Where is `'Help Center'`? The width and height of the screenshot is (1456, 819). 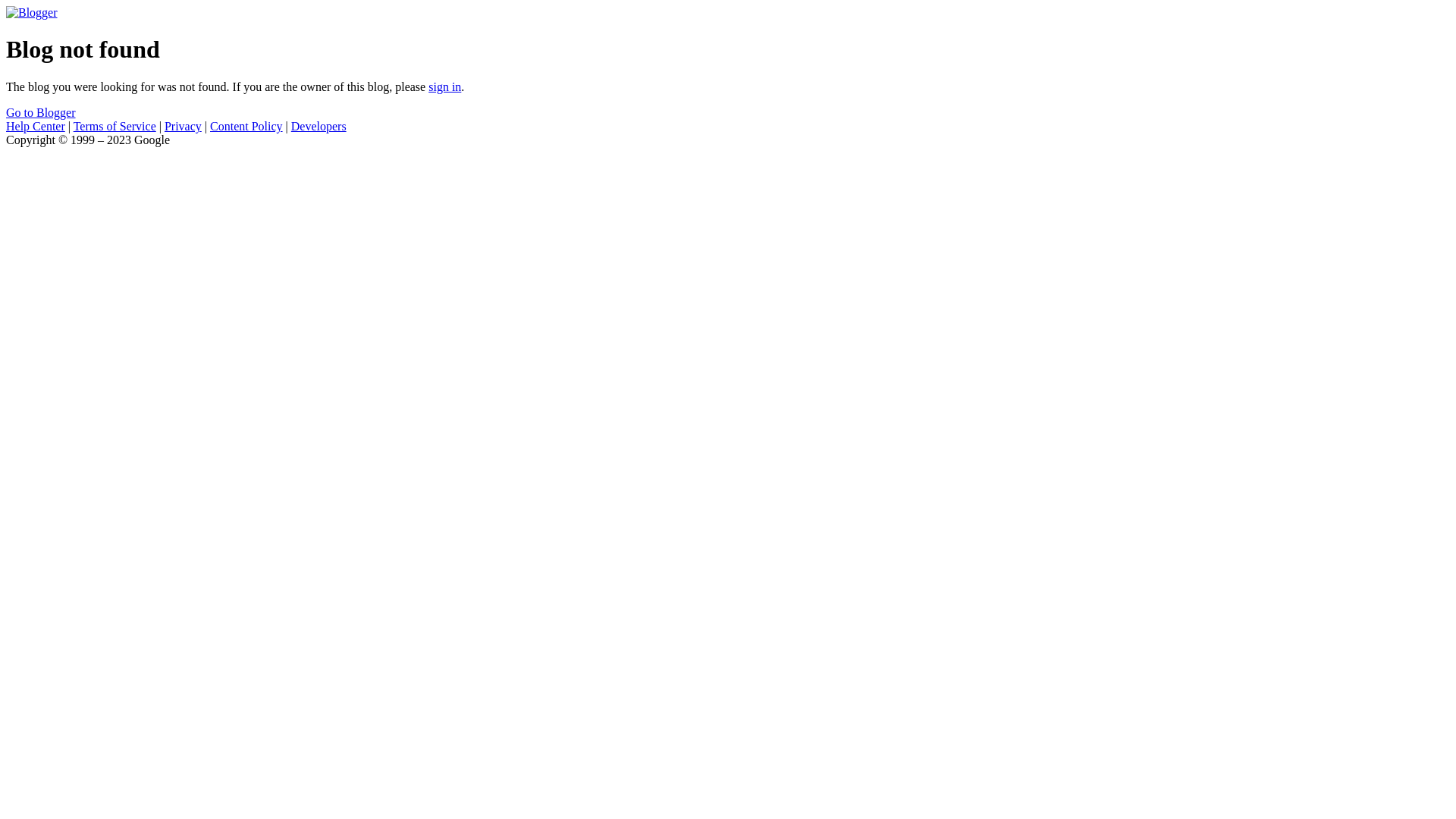 'Help Center' is located at coordinates (36, 125).